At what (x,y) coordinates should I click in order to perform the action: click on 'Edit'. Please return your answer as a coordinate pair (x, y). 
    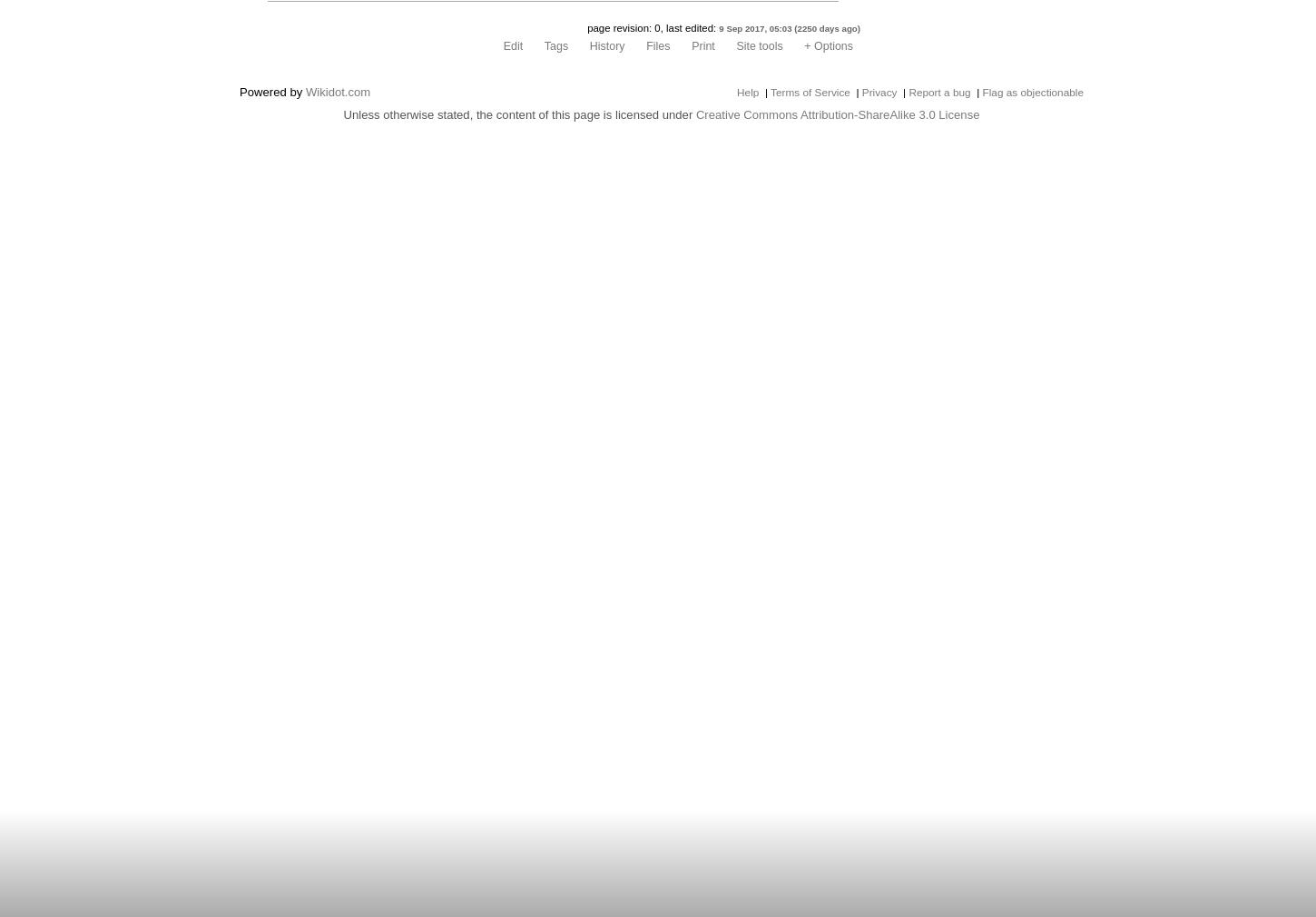
    Looking at the image, I should click on (513, 45).